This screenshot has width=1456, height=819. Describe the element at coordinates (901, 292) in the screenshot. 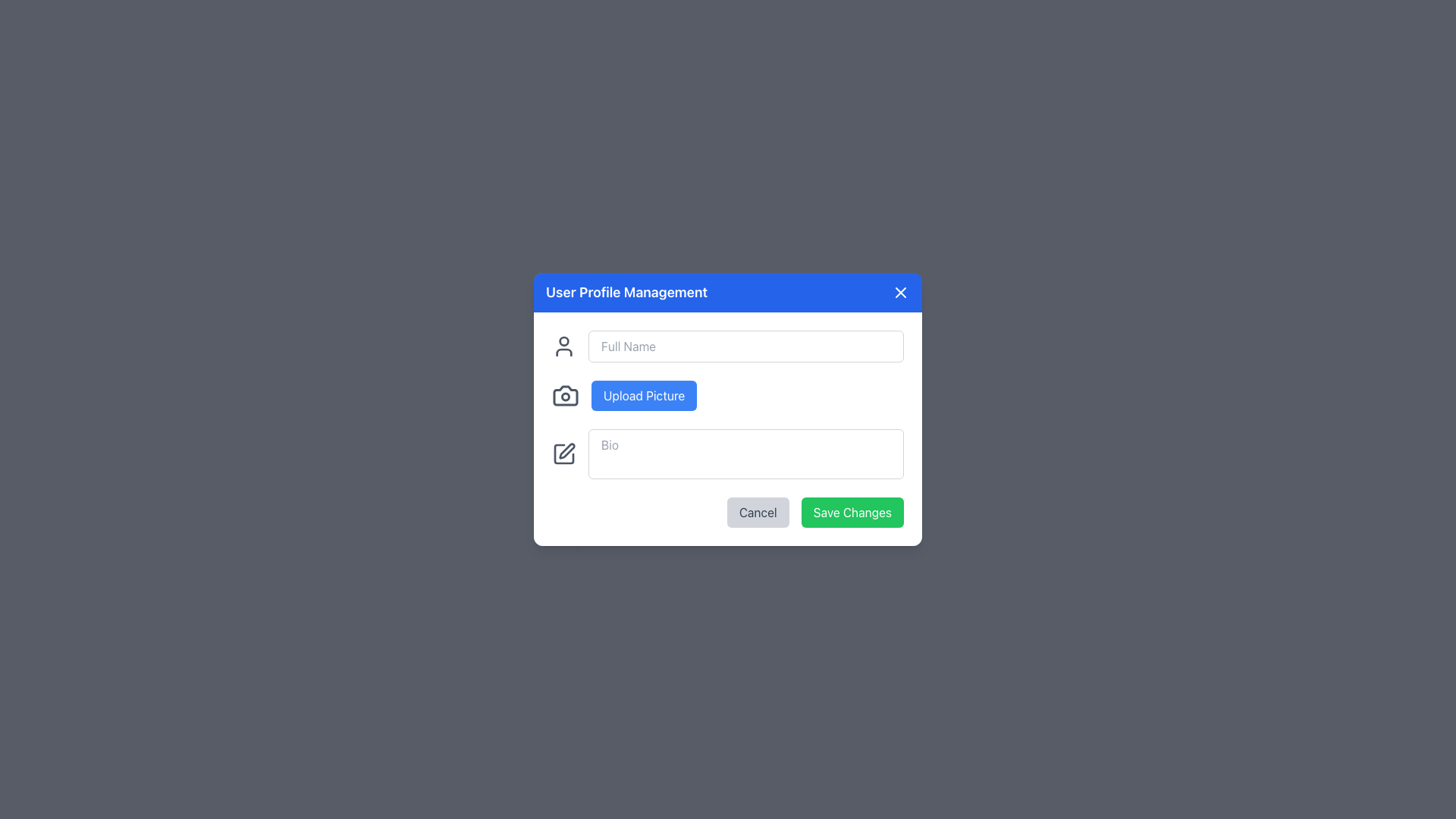

I see `the close button (X icon) in the top-right corner of the blue header section of the modal dialog` at that location.